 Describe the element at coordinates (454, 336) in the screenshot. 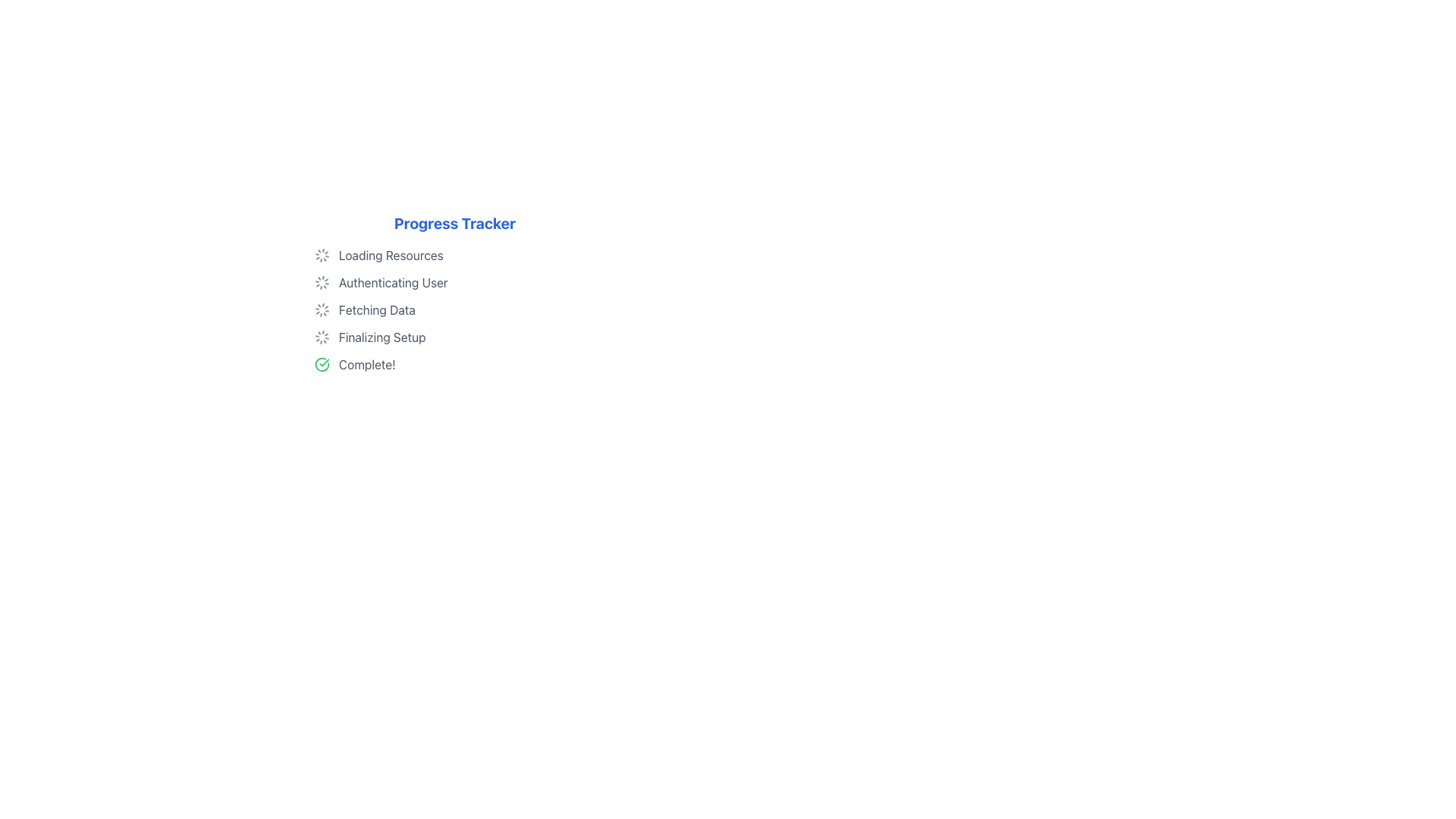

I see `the 'Finalizing Setup' phase indicator in the vertical progress tracker` at that location.